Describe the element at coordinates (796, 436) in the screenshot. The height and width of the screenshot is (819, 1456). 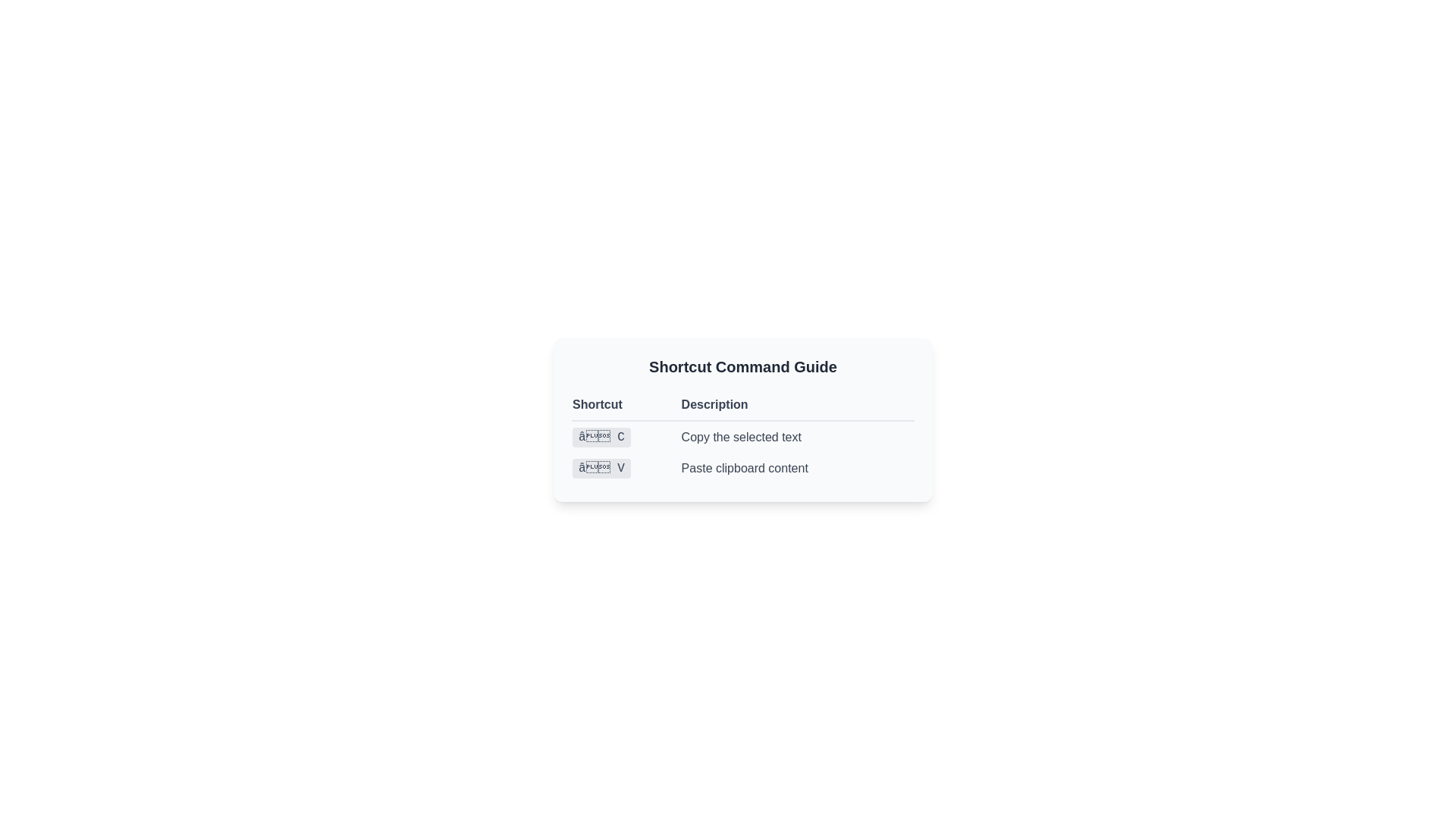
I see `the text label that contains the phrase 'Copy the selected text', located in the right-hand column of the command shortcut guide` at that location.